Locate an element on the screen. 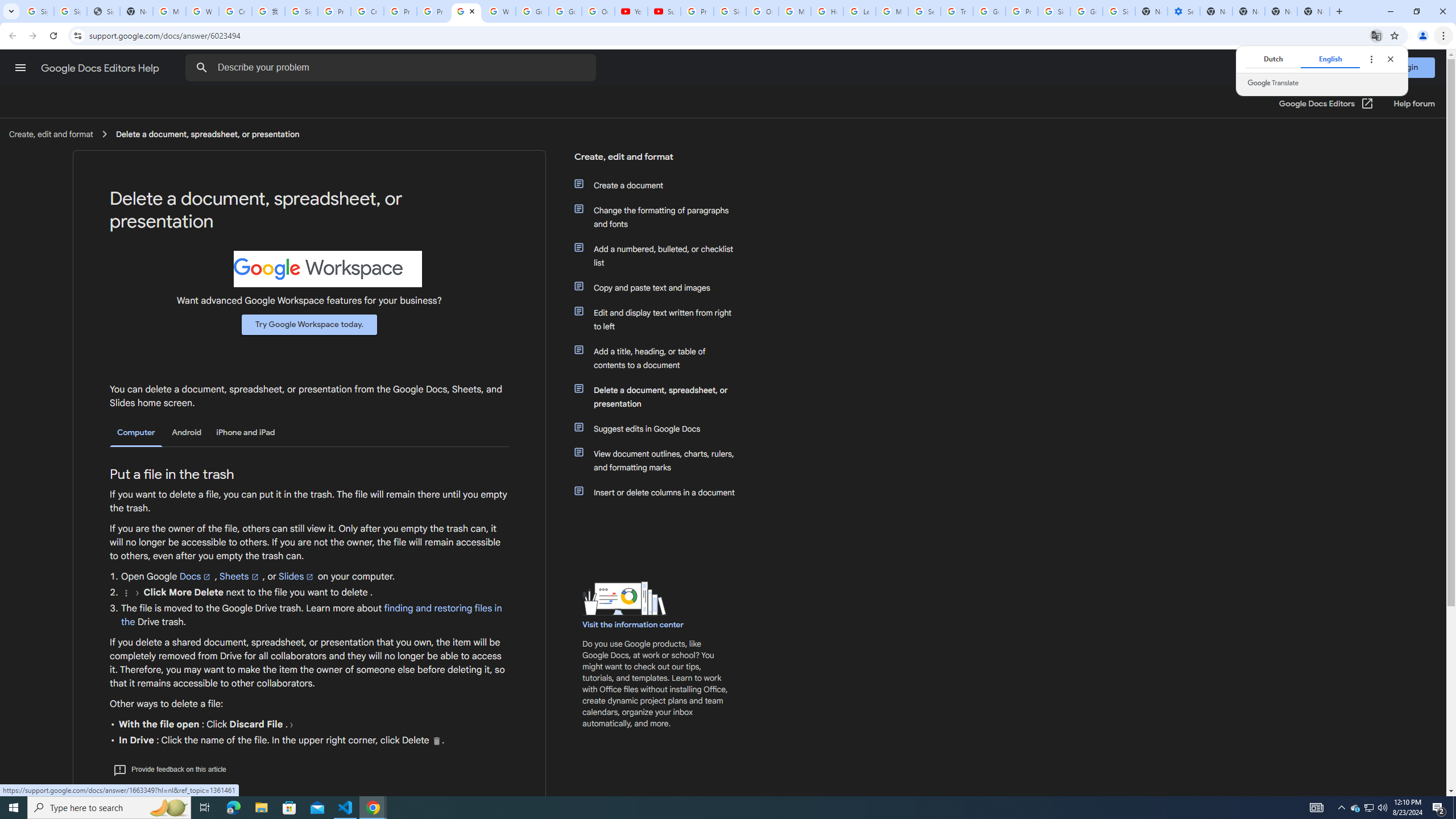 The width and height of the screenshot is (1456, 819). 'Translate options' is located at coordinates (1370, 59).